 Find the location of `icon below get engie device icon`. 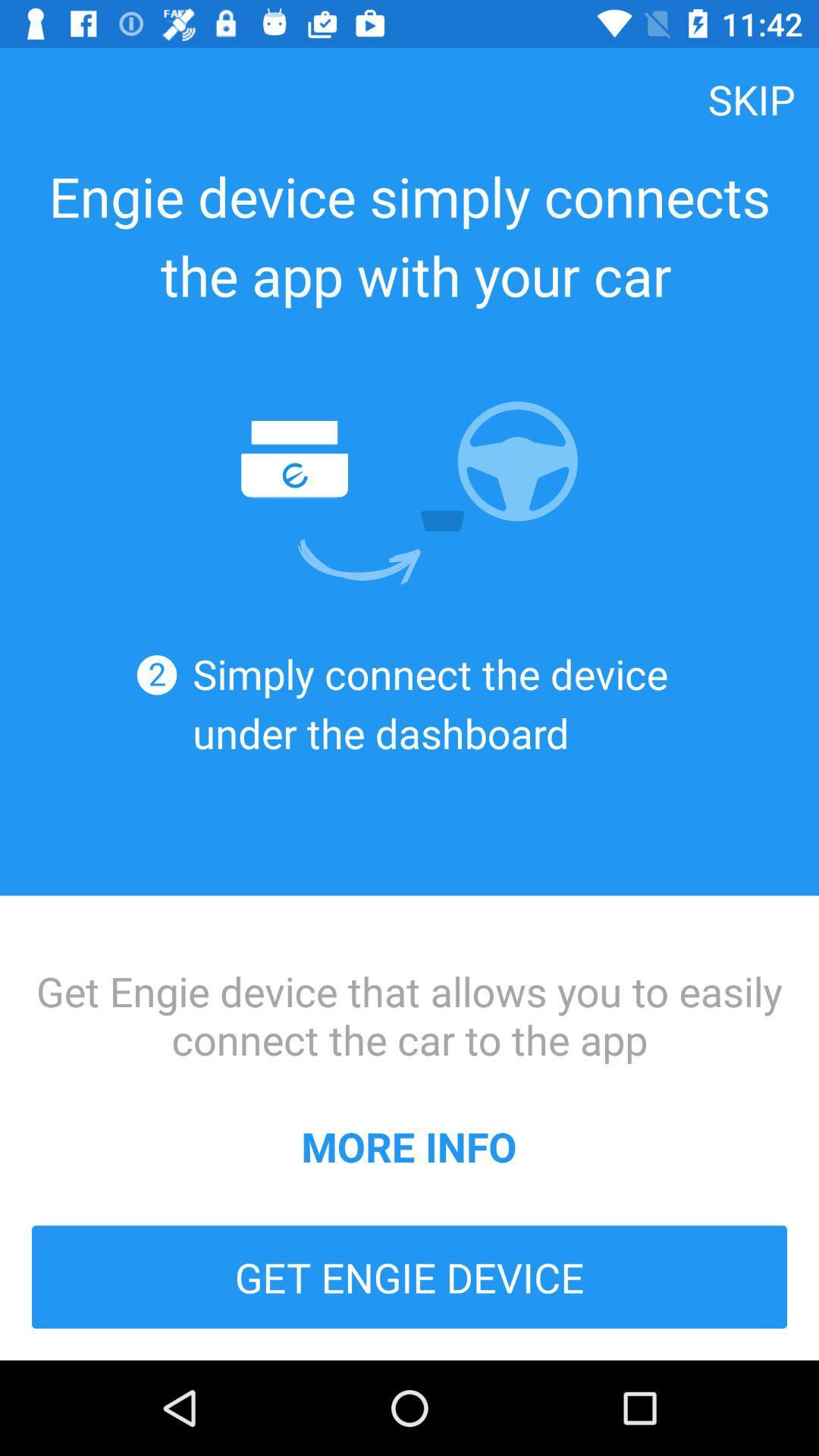

icon below get engie device icon is located at coordinates (408, 1146).